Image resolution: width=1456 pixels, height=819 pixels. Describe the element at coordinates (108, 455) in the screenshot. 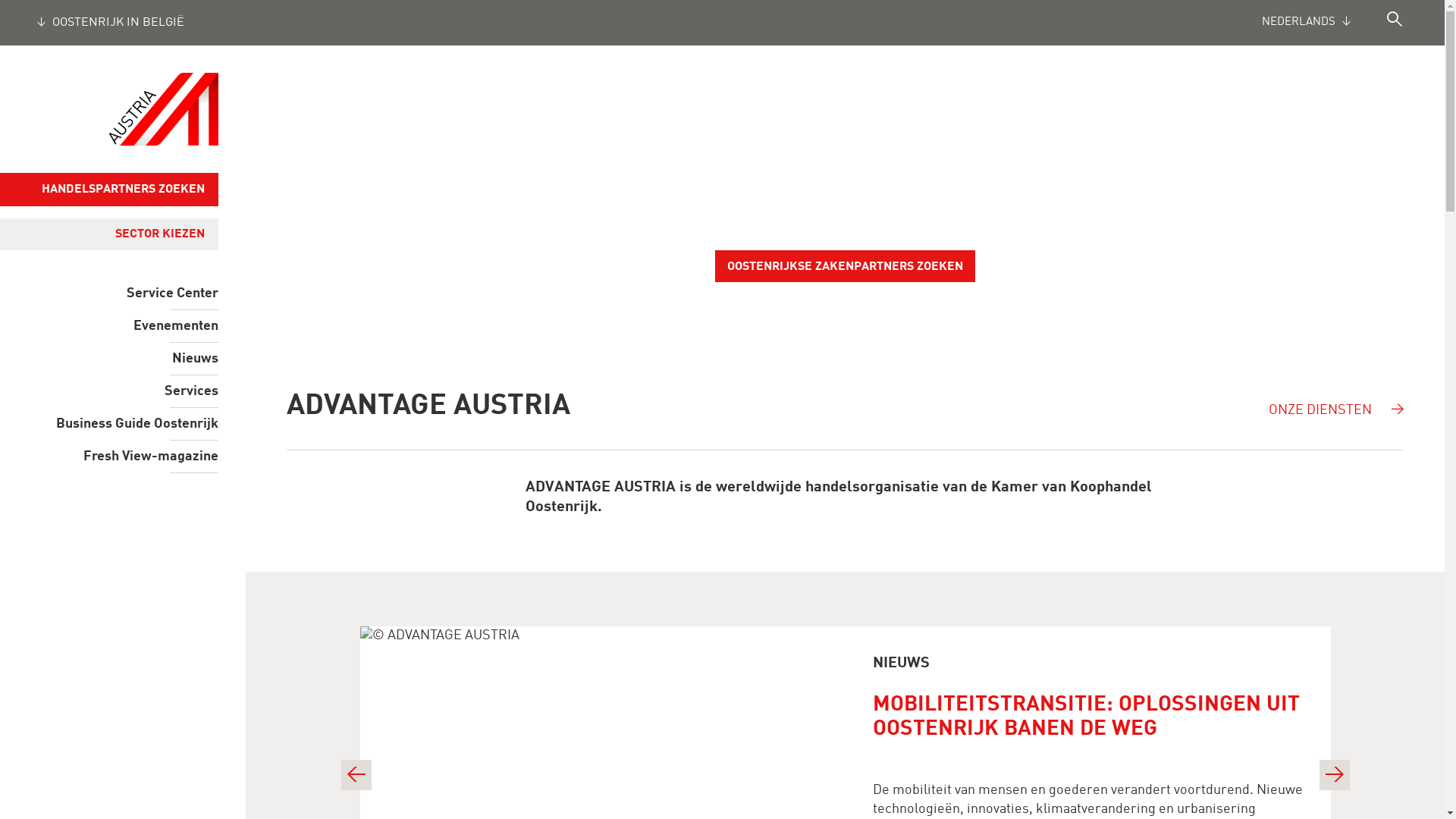

I see `'Fresh View-magazine'` at that location.